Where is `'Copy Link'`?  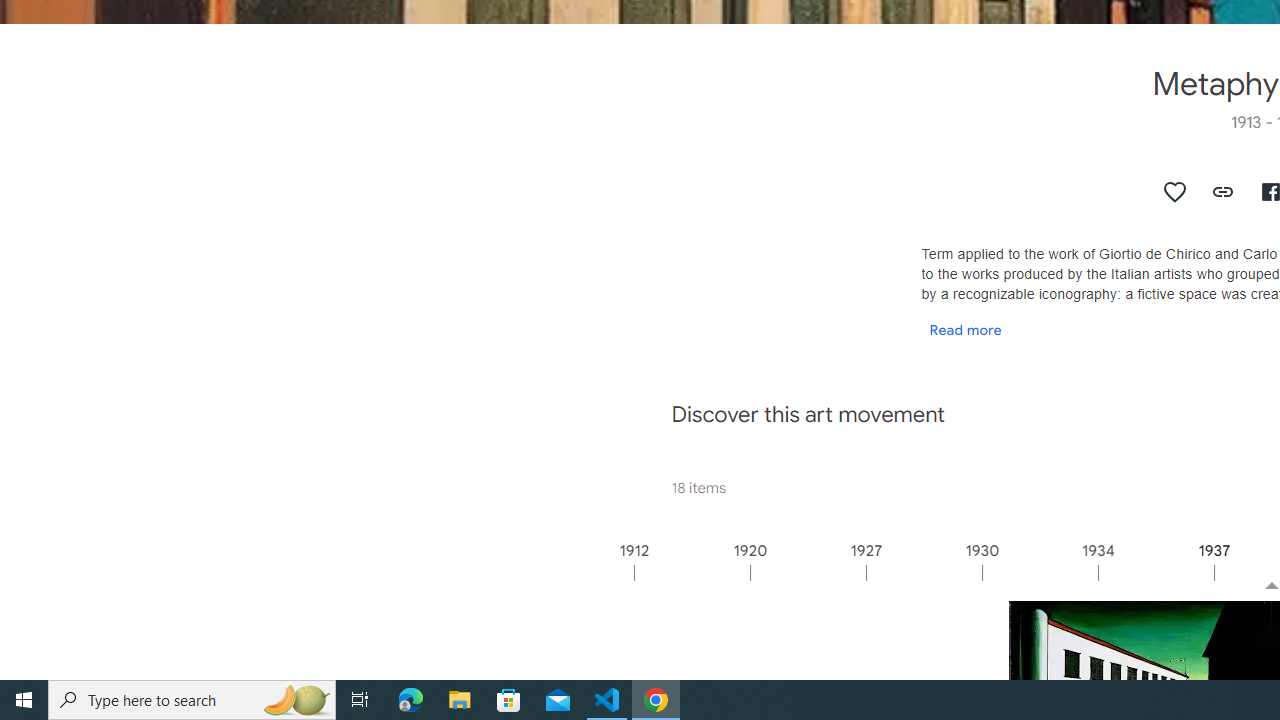
'Copy Link' is located at coordinates (1222, 191).